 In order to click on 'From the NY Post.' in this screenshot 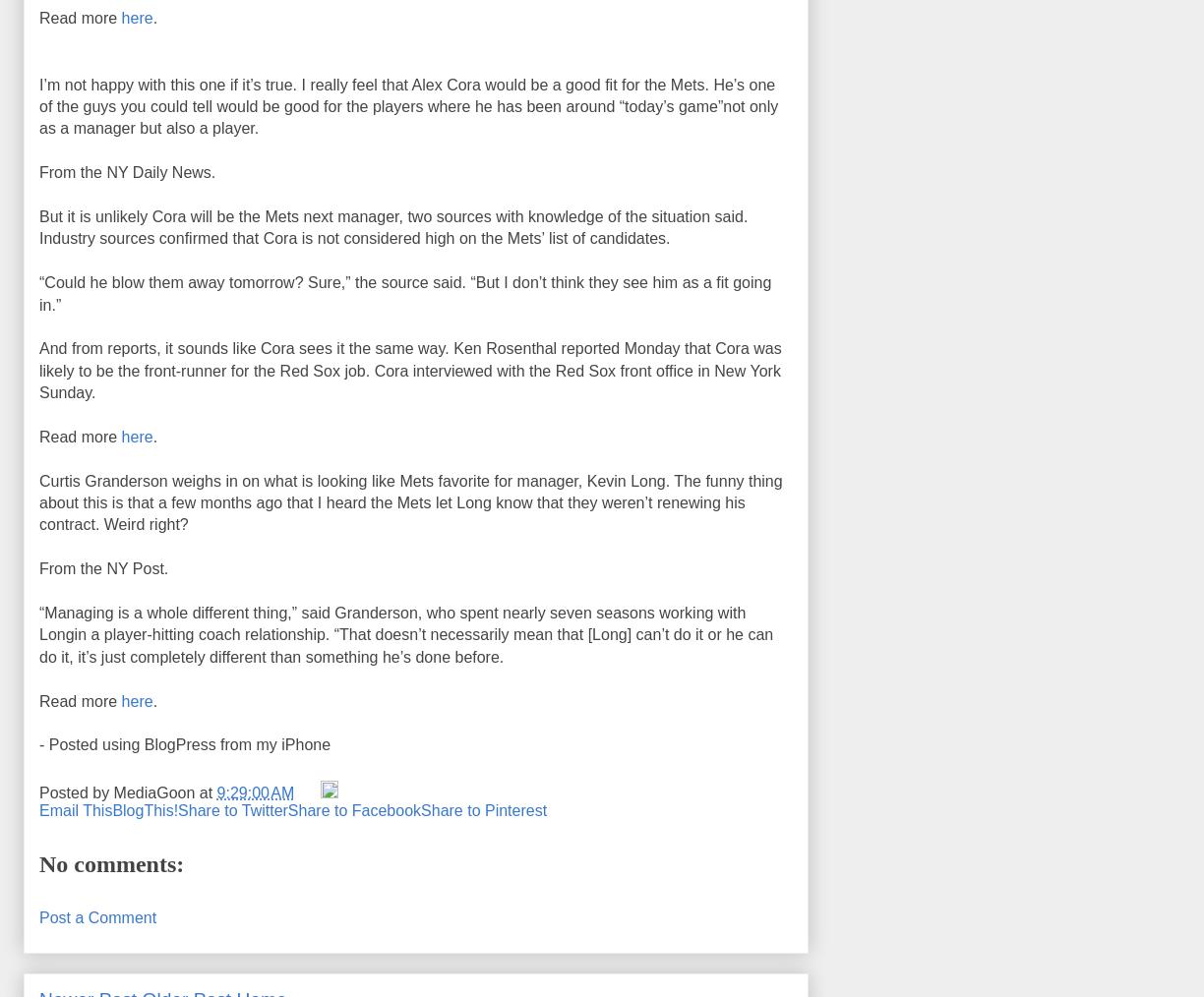, I will do `click(102, 567)`.